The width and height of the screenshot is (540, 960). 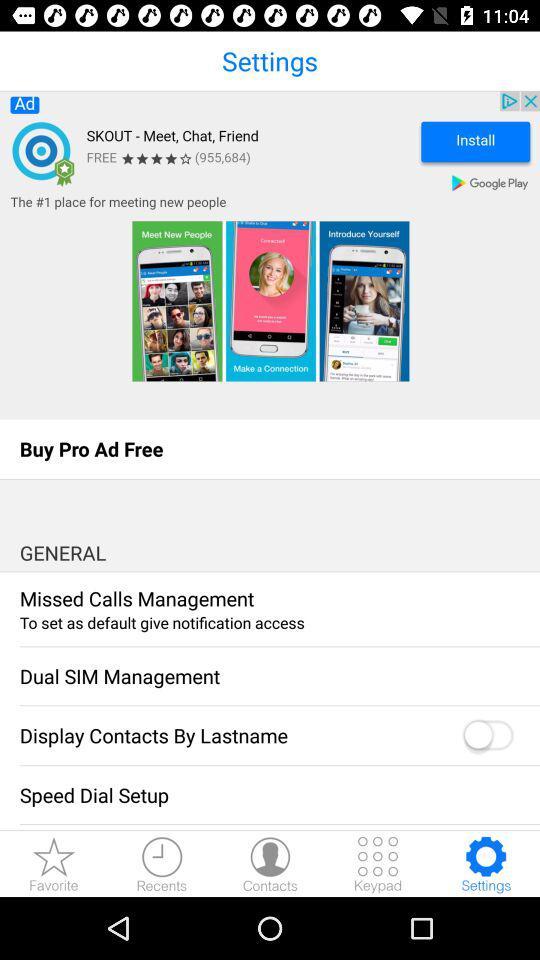 I want to click on toggle, so click(x=486, y=735).